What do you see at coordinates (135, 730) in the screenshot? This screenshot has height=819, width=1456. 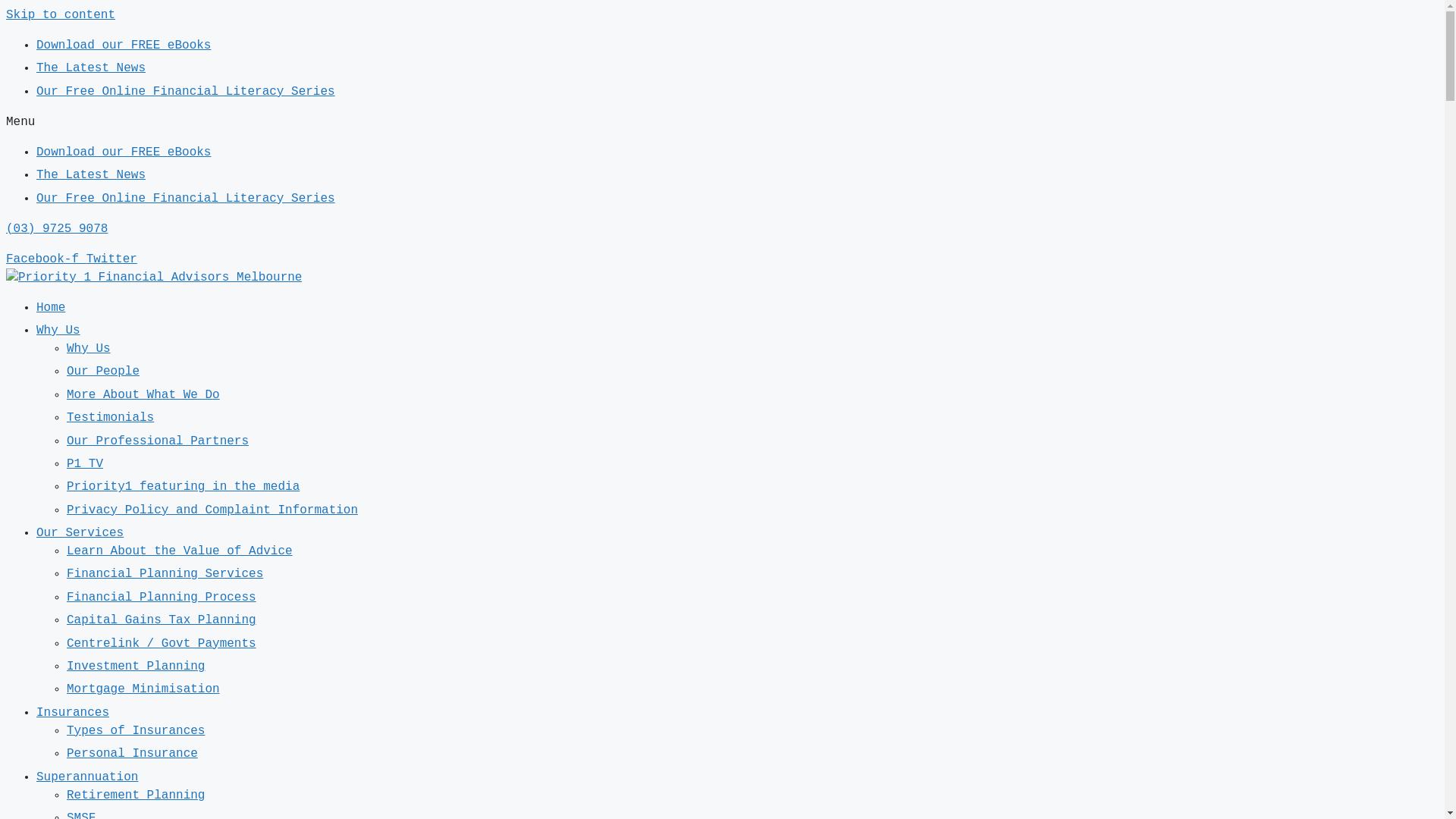 I see `'Types of Insurances'` at bounding box center [135, 730].